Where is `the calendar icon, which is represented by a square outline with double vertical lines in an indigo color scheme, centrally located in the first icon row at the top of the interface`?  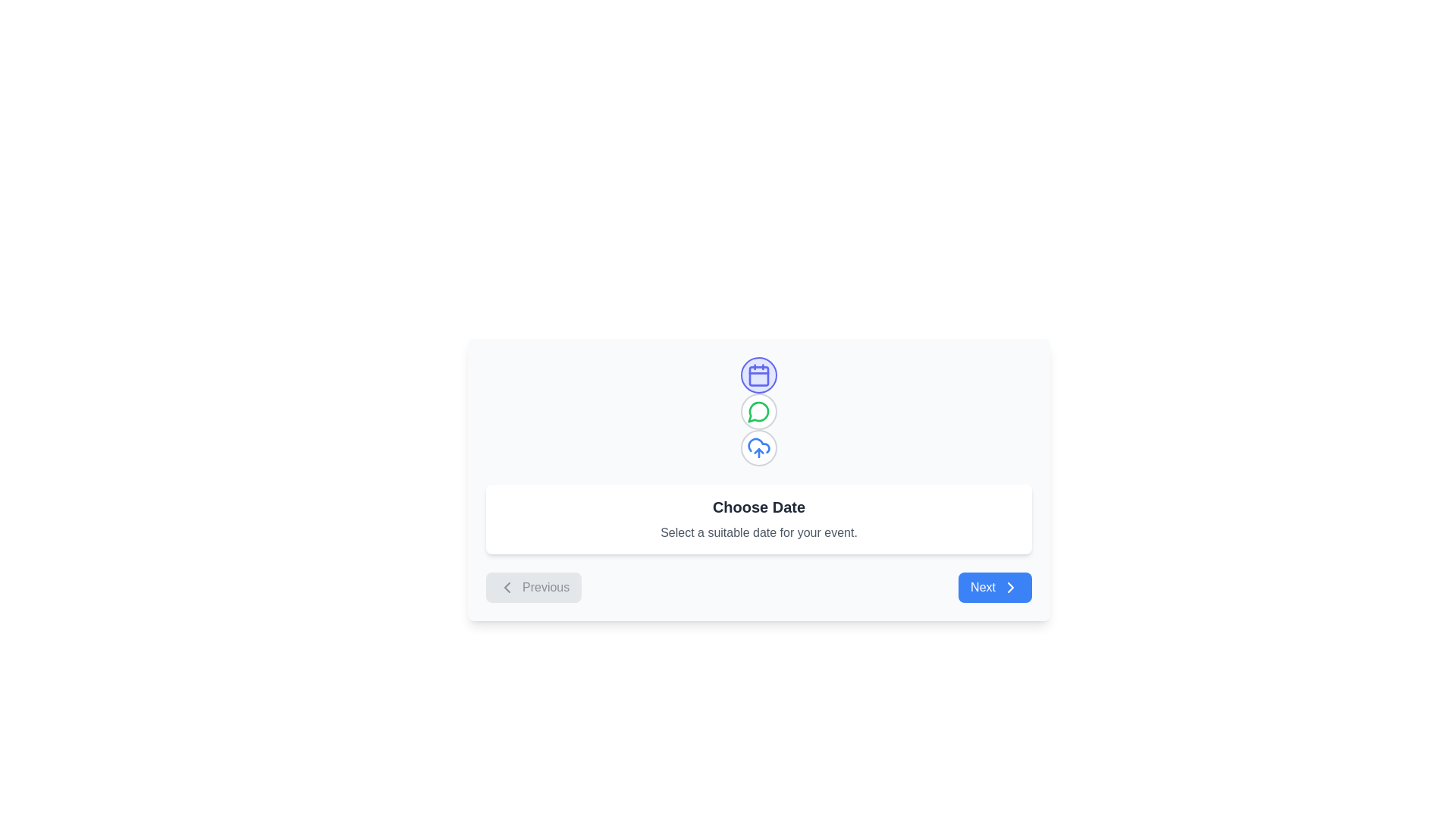 the calendar icon, which is represented by a square outline with double vertical lines in an indigo color scheme, centrally located in the first icon row at the top of the interface is located at coordinates (759, 375).